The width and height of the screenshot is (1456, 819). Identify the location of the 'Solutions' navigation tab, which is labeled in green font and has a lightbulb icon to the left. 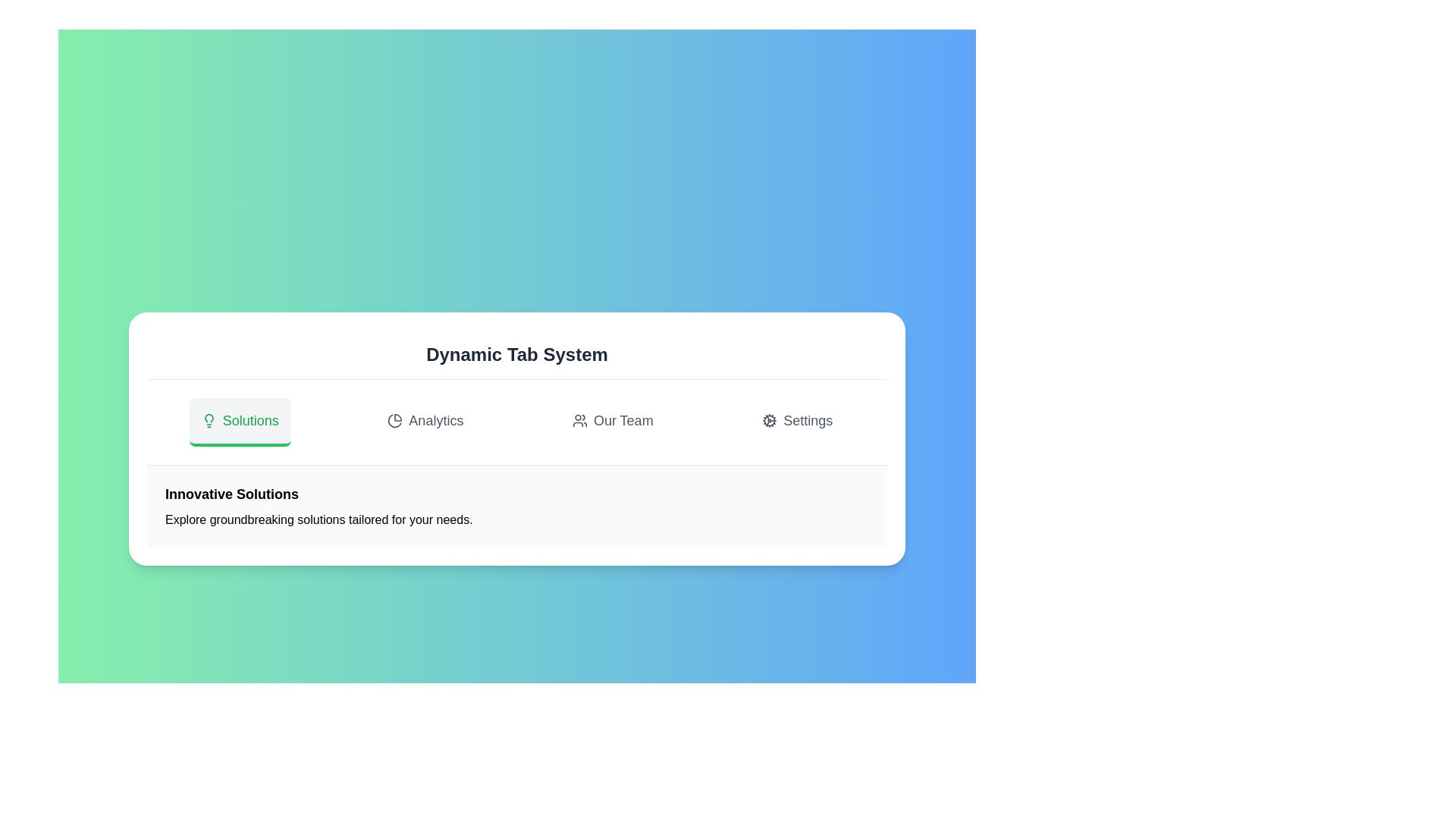
(239, 422).